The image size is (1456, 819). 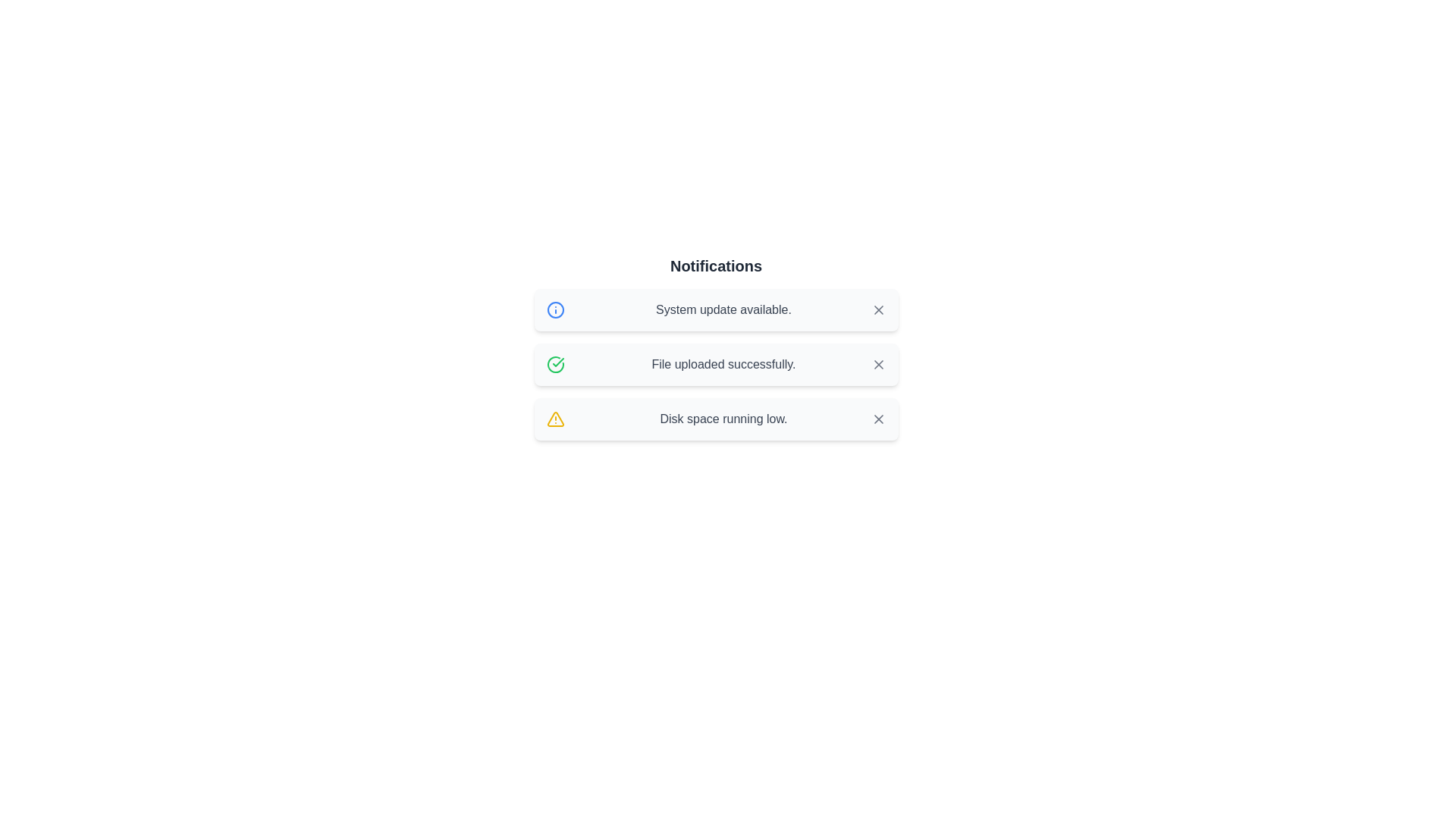 What do you see at coordinates (554, 419) in the screenshot?
I see `the visual alert icon indicating a warning about disk space running low, which is positioned on the leftmost side of the notification` at bounding box center [554, 419].